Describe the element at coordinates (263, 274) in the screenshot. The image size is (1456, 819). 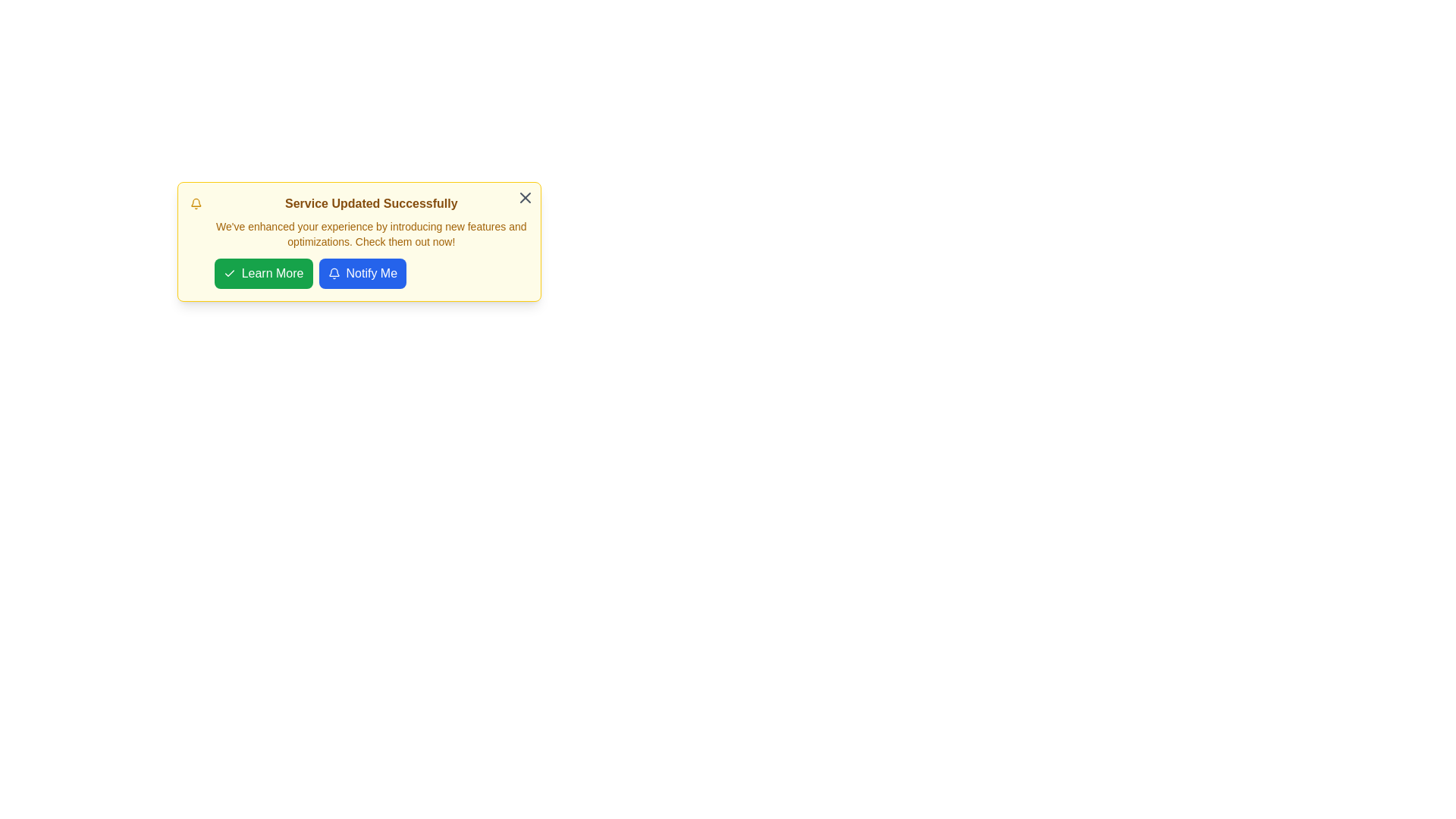
I see `'Learn More' button to navigate to additional information` at that location.